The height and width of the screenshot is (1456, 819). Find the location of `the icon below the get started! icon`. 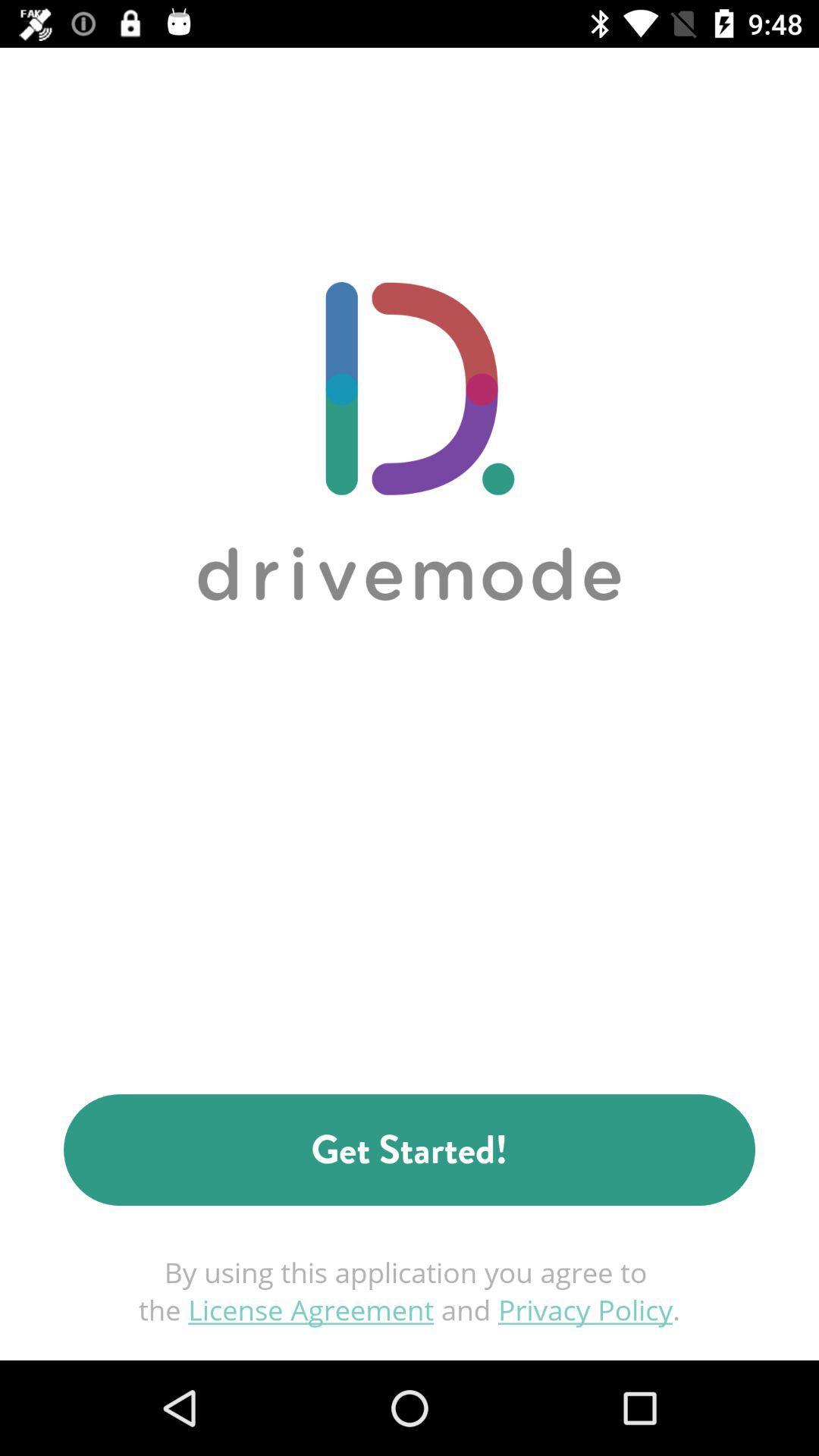

the icon below the get started! icon is located at coordinates (409, 1290).